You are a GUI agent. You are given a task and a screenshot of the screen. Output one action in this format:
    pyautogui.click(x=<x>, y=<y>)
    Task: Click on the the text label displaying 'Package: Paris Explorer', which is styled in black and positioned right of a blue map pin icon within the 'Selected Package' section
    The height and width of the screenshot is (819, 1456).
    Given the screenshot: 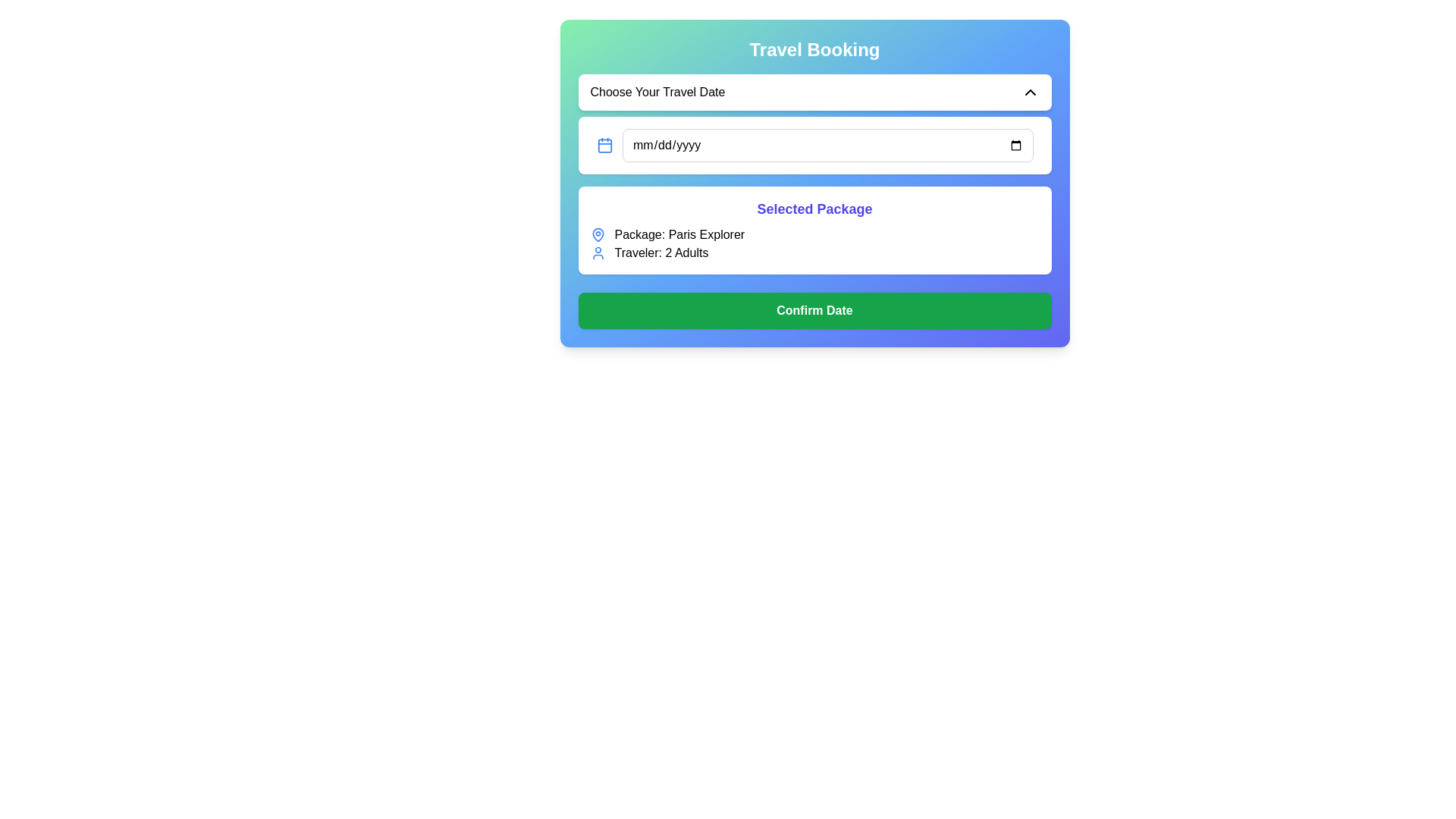 What is the action you would take?
    pyautogui.click(x=679, y=234)
    